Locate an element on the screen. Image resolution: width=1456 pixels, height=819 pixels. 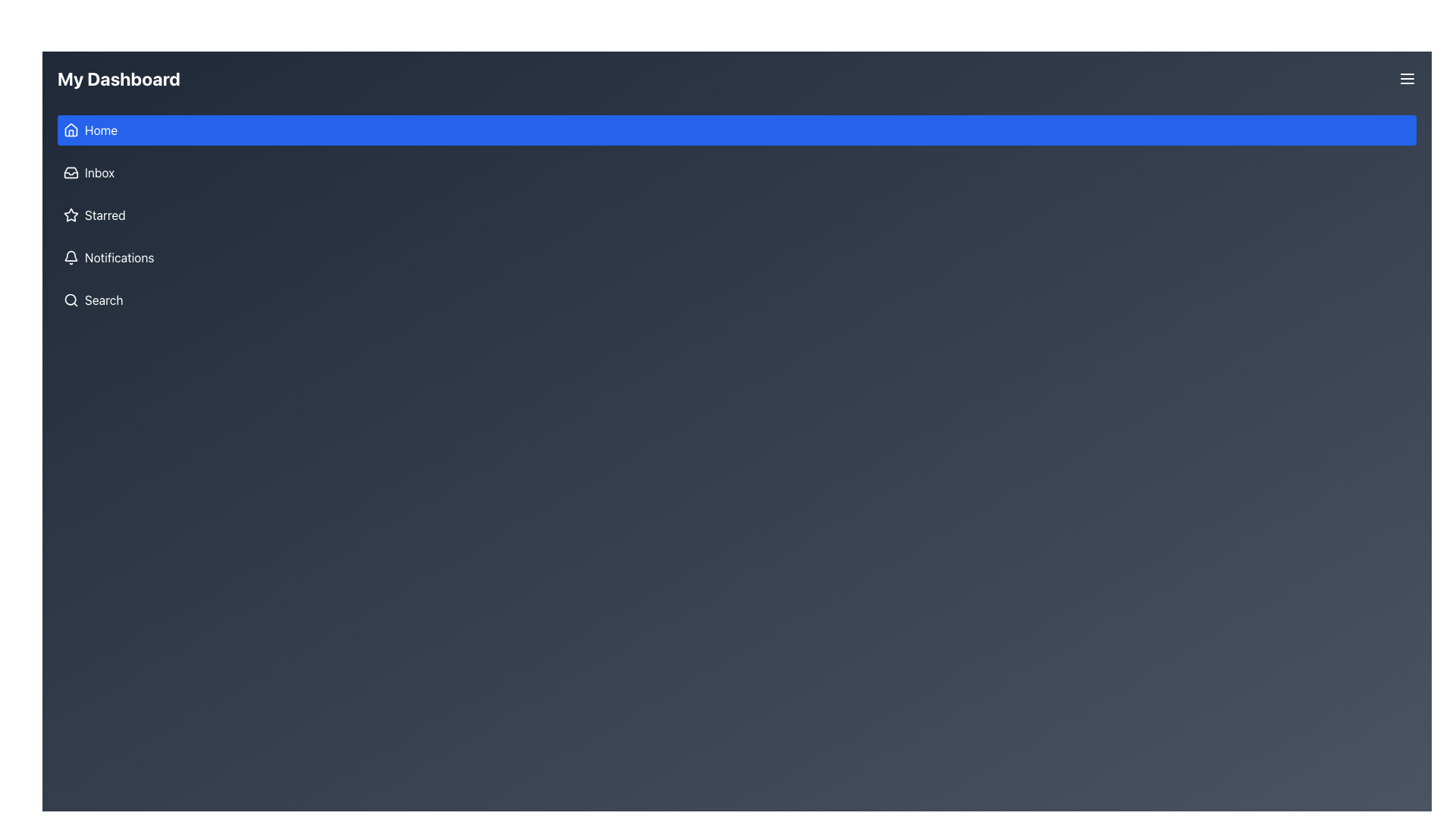
to select the 'Starred' menu item represented by the star icon in the left panel of the dashboard interface, adjacent to the label 'Starred' is located at coordinates (69, 214).